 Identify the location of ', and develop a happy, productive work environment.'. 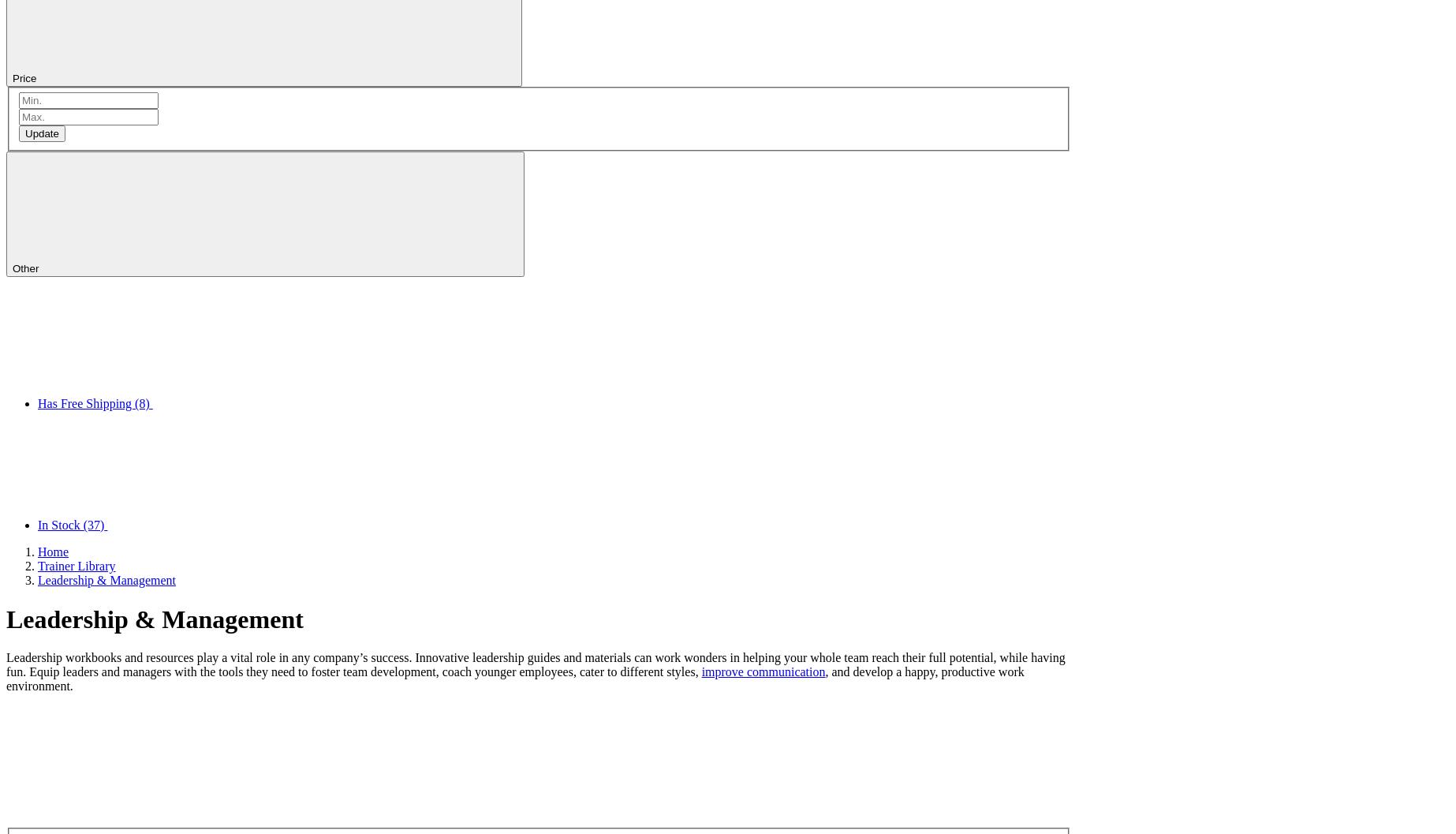
(513, 678).